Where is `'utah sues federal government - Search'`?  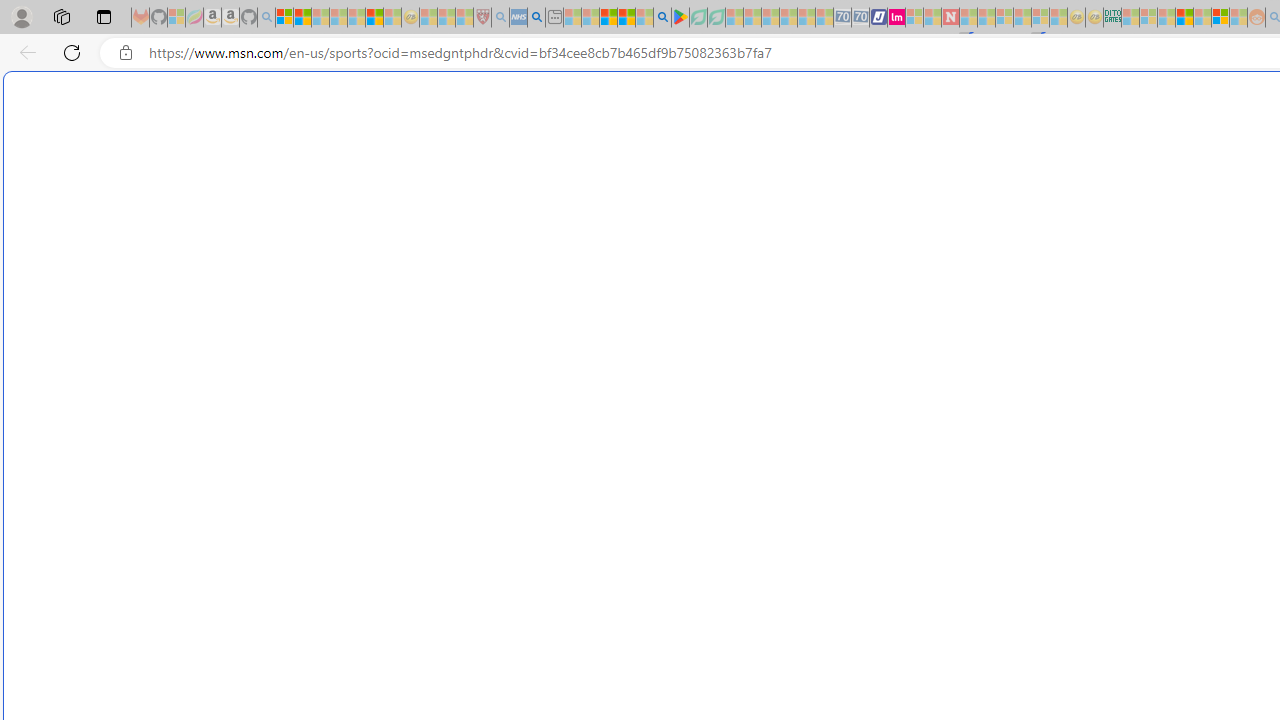
'utah sues federal government - Search' is located at coordinates (536, 17).